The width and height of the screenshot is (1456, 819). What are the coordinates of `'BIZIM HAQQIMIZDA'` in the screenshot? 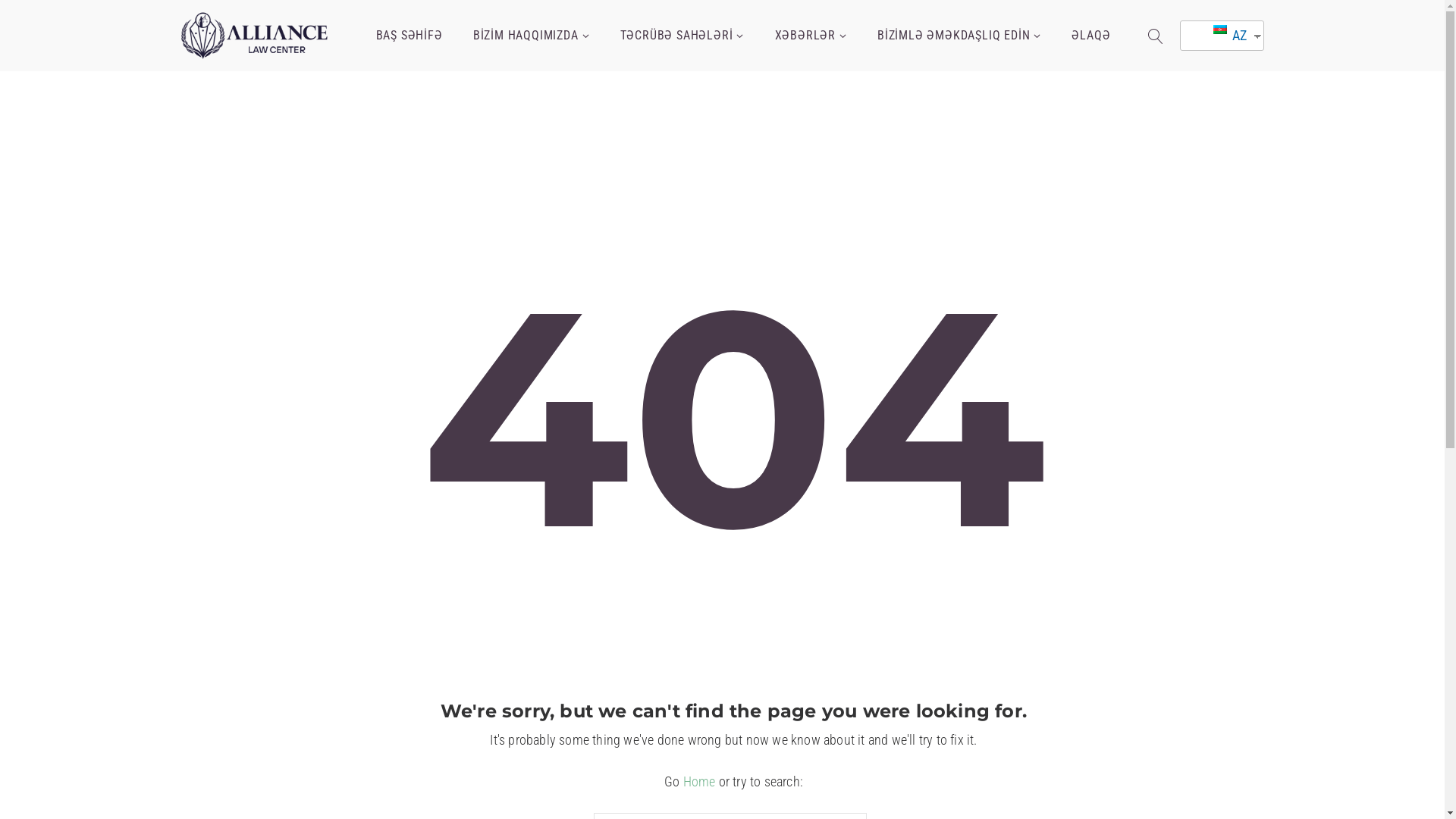 It's located at (531, 35).